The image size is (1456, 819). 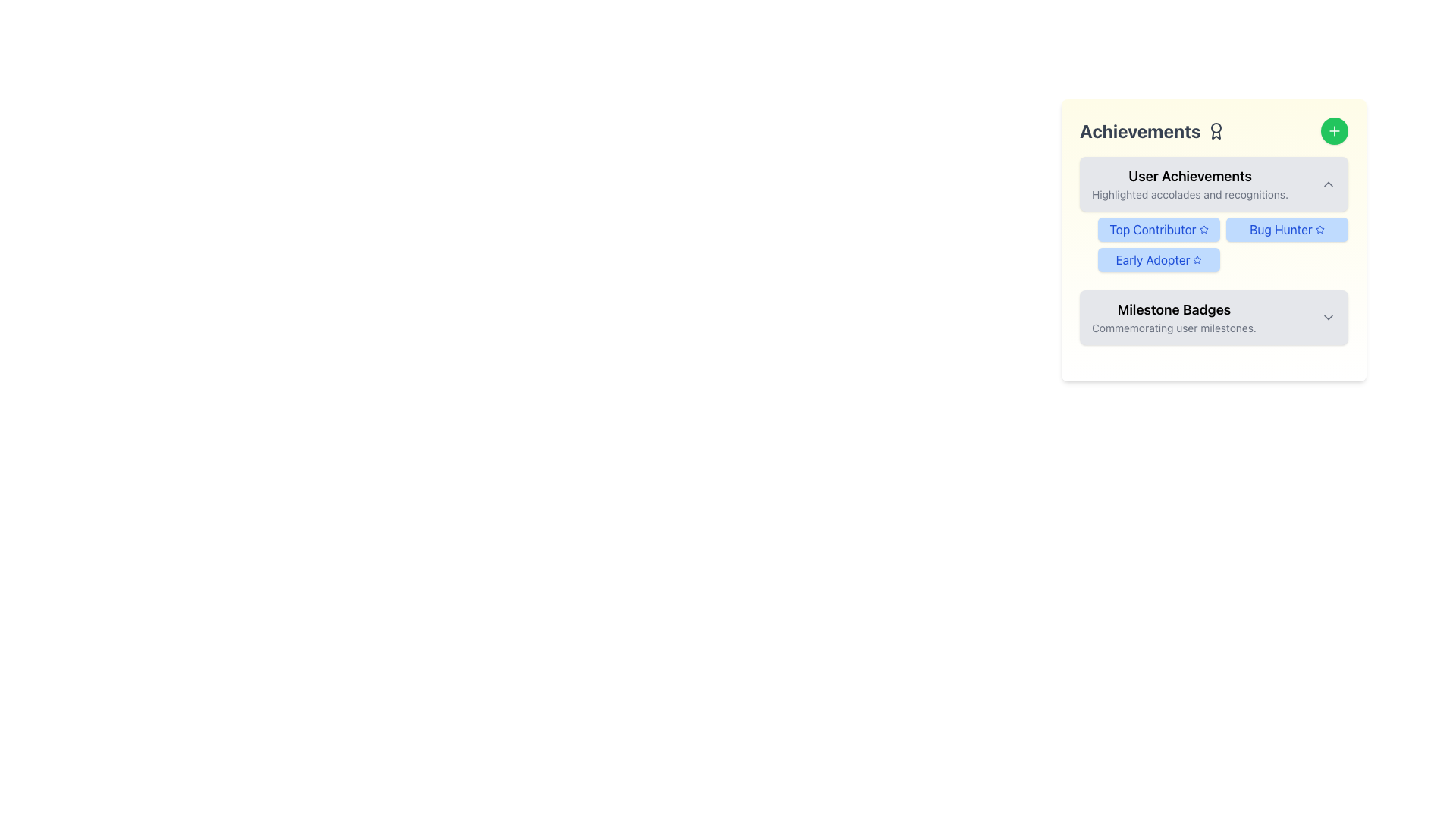 I want to click on the descriptive text element located beneath the 'User Achievements' header, which provides context about the achievements section, so click(x=1189, y=194).